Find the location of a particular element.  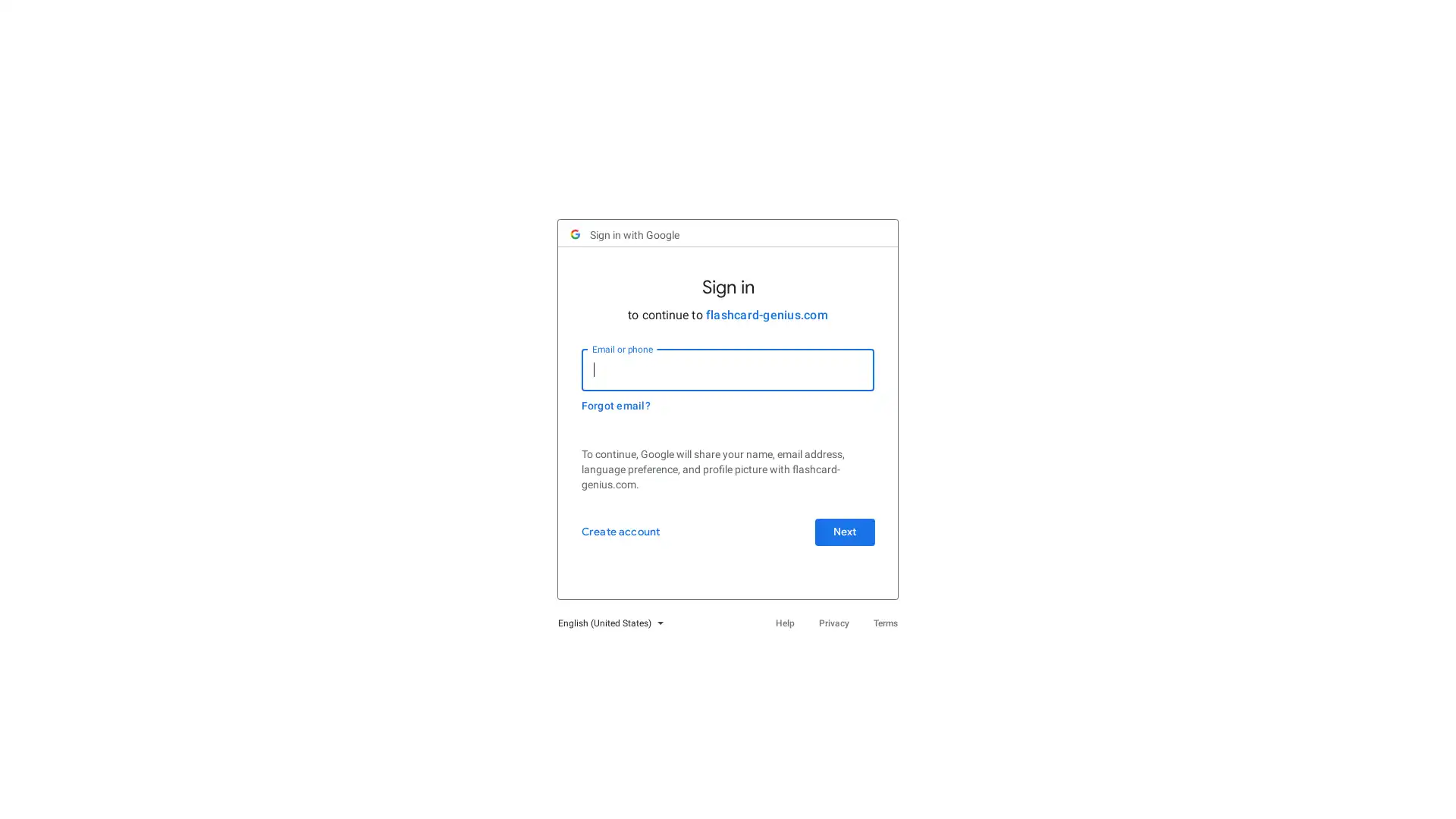

Next is located at coordinates (836, 540).